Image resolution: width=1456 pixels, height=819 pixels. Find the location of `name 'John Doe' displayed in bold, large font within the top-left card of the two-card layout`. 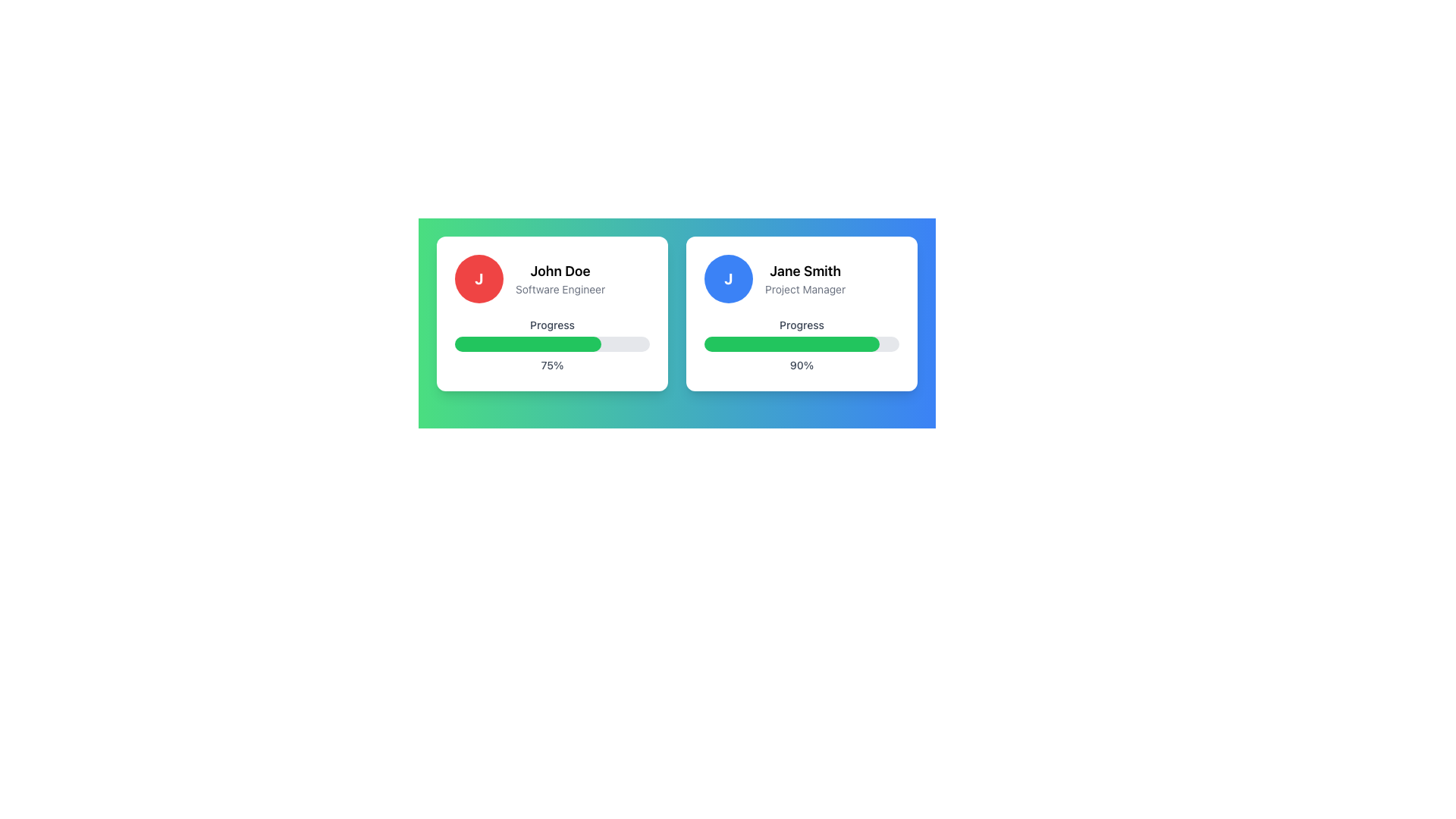

name 'John Doe' displayed in bold, large font within the top-left card of the two-card layout is located at coordinates (560, 271).